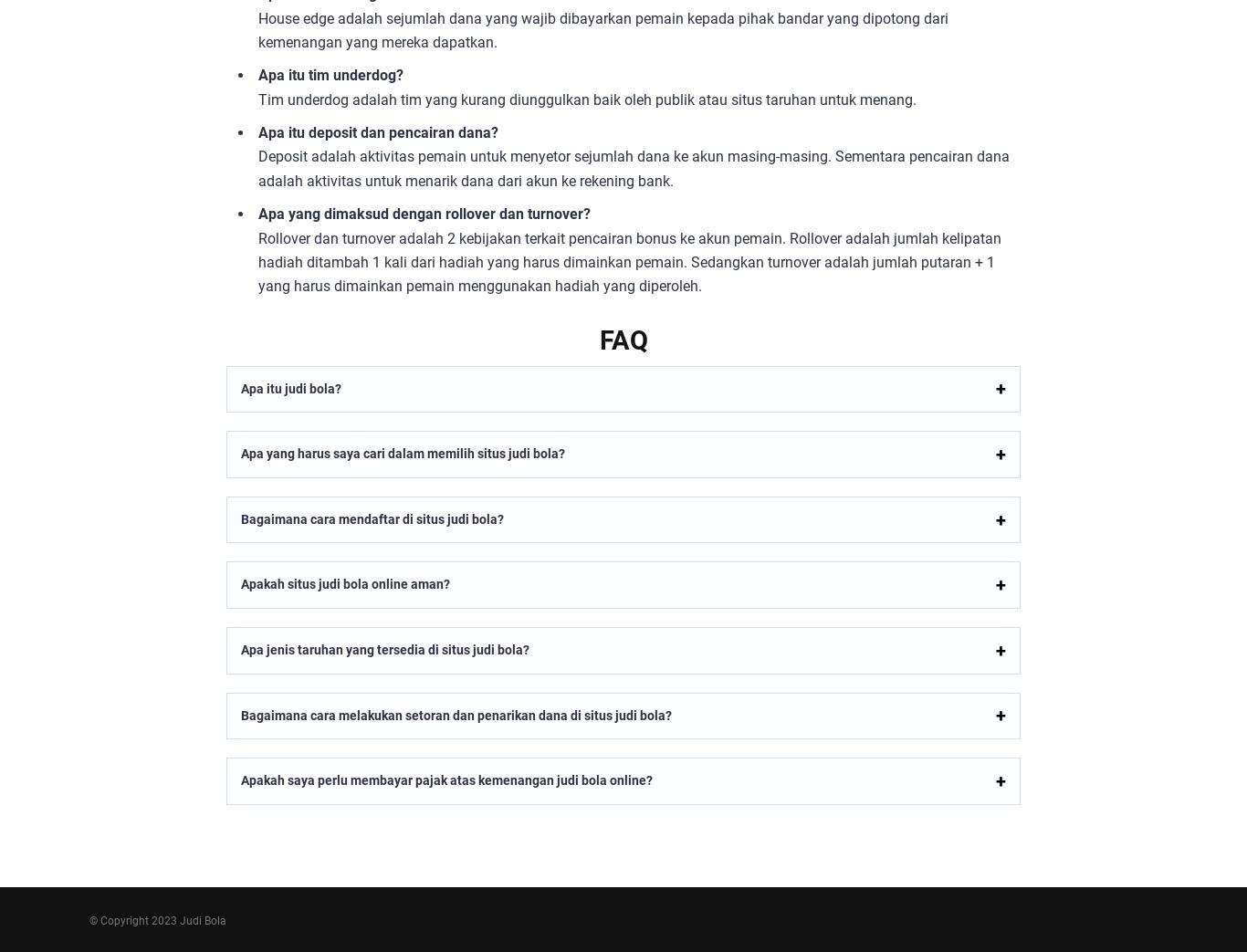 The width and height of the screenshot is (1247, 952). Describe the element at coordinates (344, 582) in the screenshot. I see `'Apakah situs judi bola online aman?'` at that location.